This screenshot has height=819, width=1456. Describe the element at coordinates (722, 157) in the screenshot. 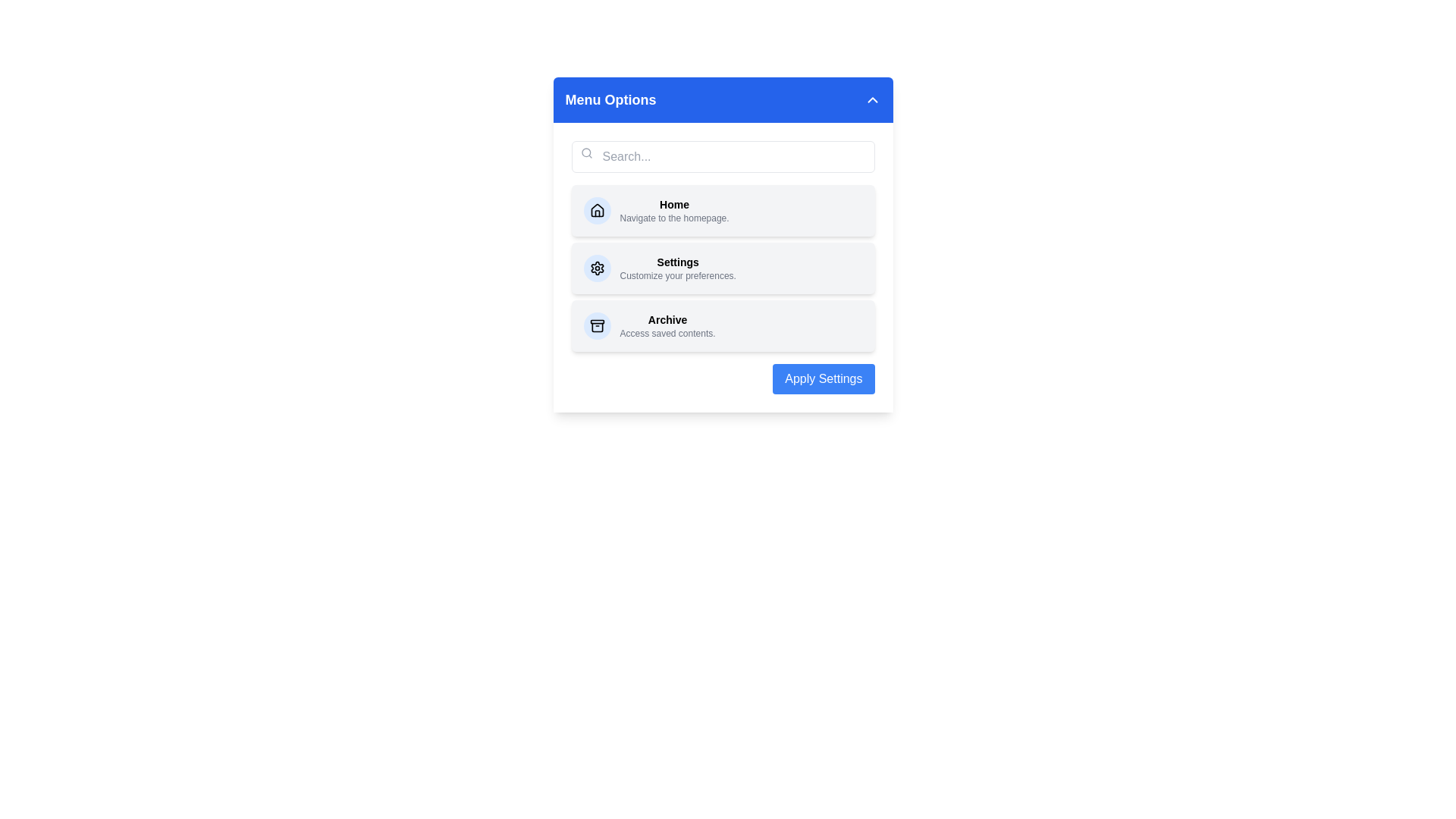

I see `the search bar to focus it` at that location.